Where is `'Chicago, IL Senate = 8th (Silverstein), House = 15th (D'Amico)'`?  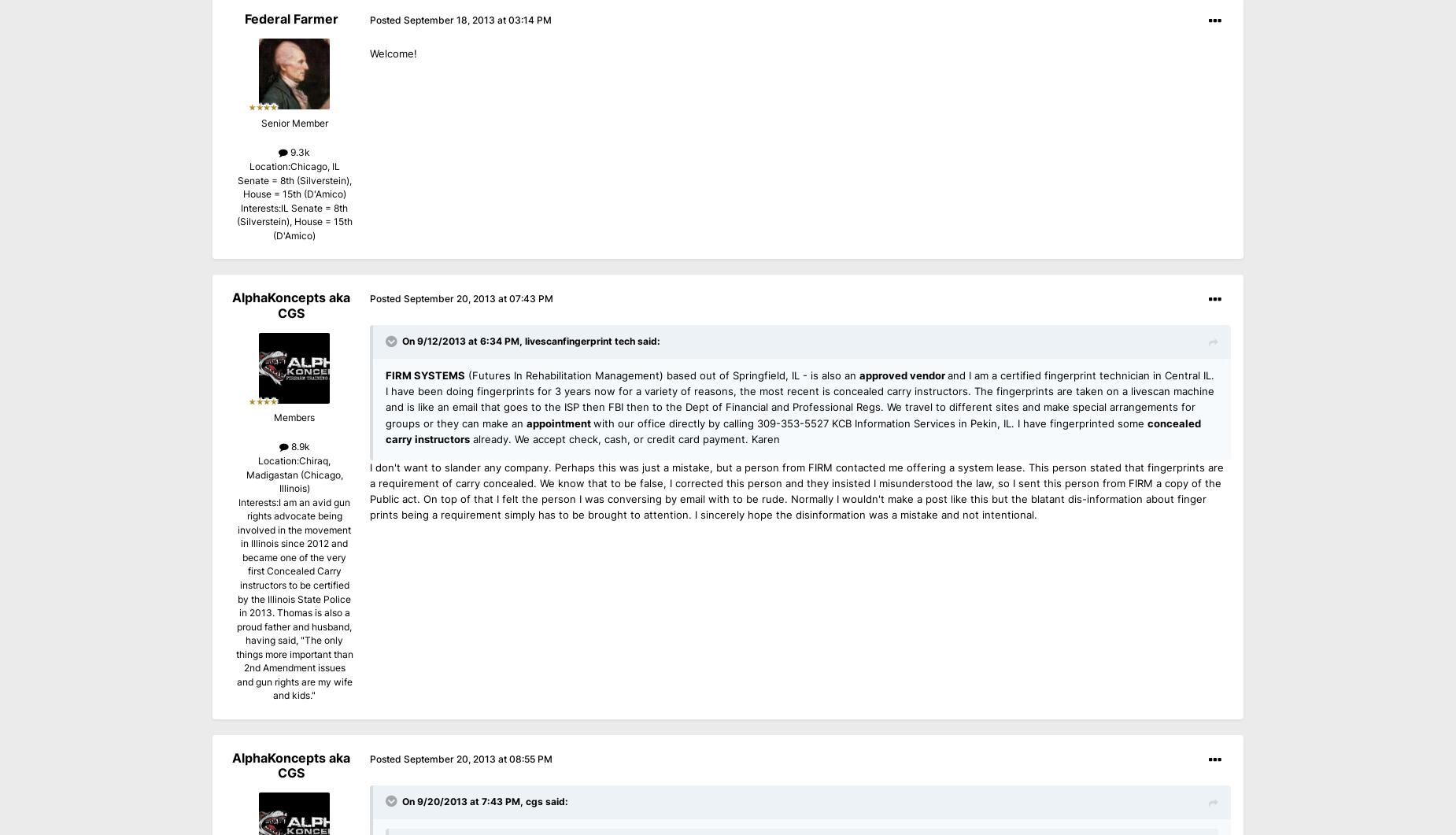
'Chicago, IL Senate = 8th (Silverstein), House = 15th (D'Amico)' is located at coordinates (235, 179).